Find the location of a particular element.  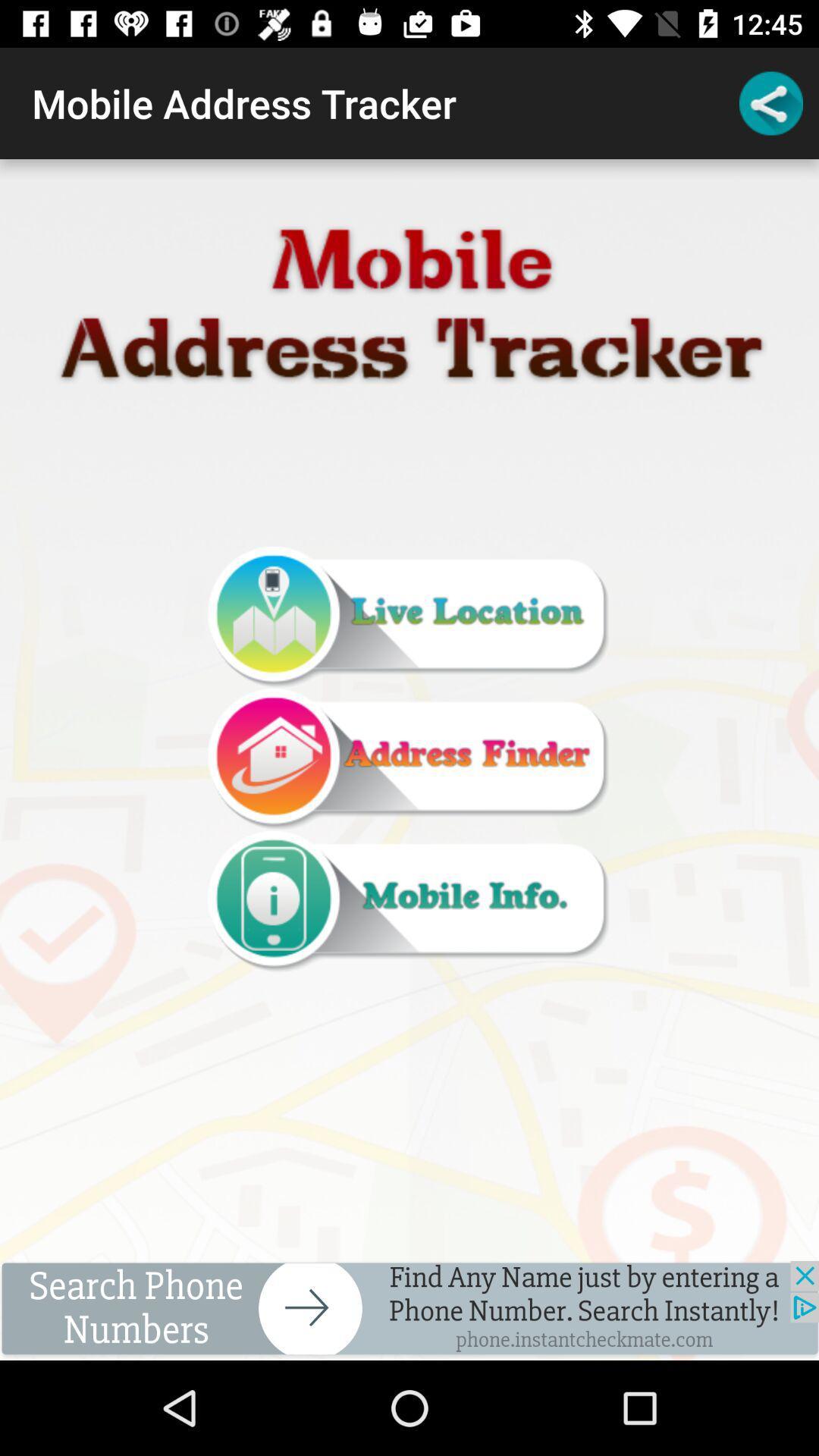

item is located at coordinates (408, 760).